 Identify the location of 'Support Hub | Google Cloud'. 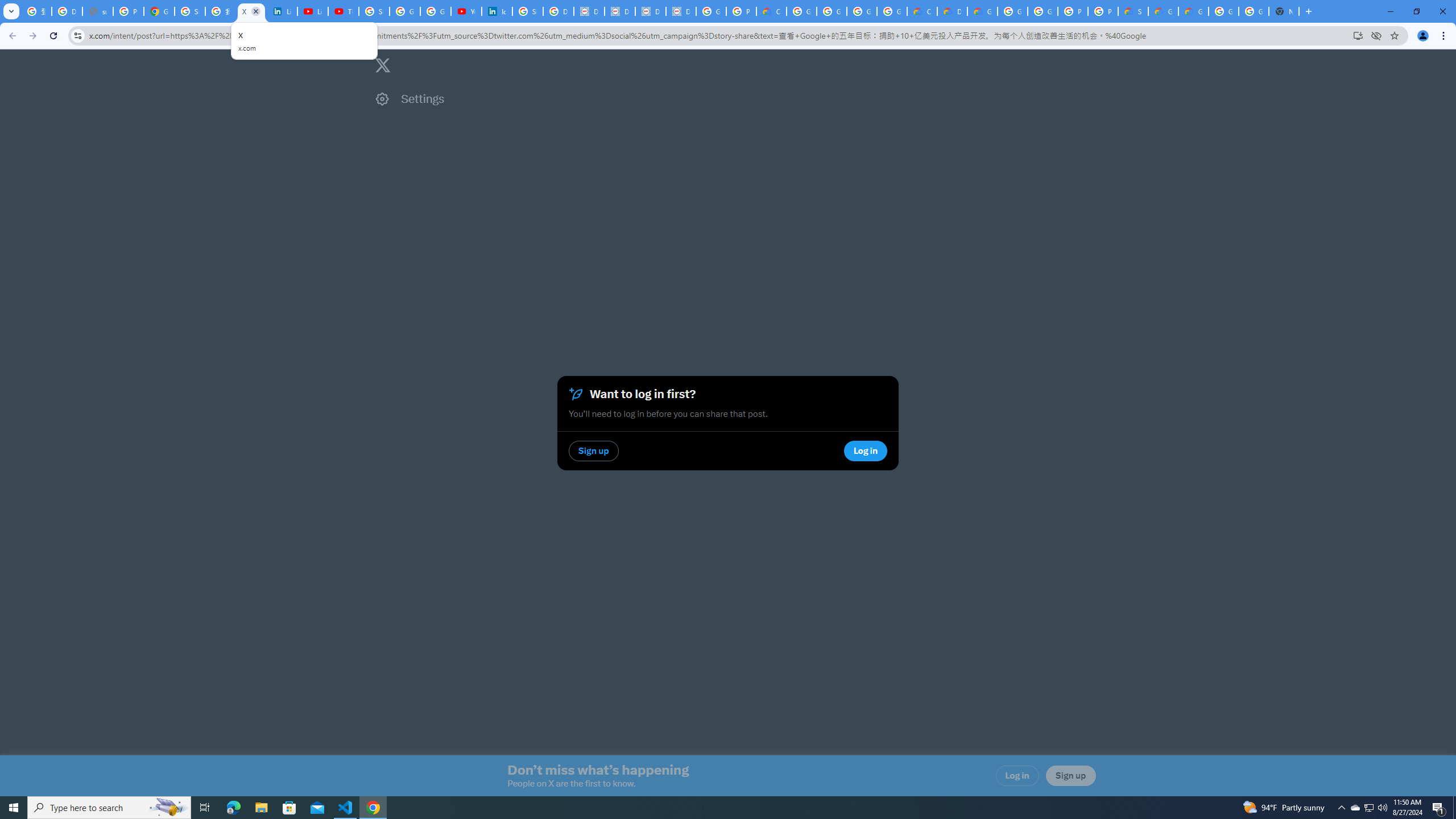
(1132, 11).